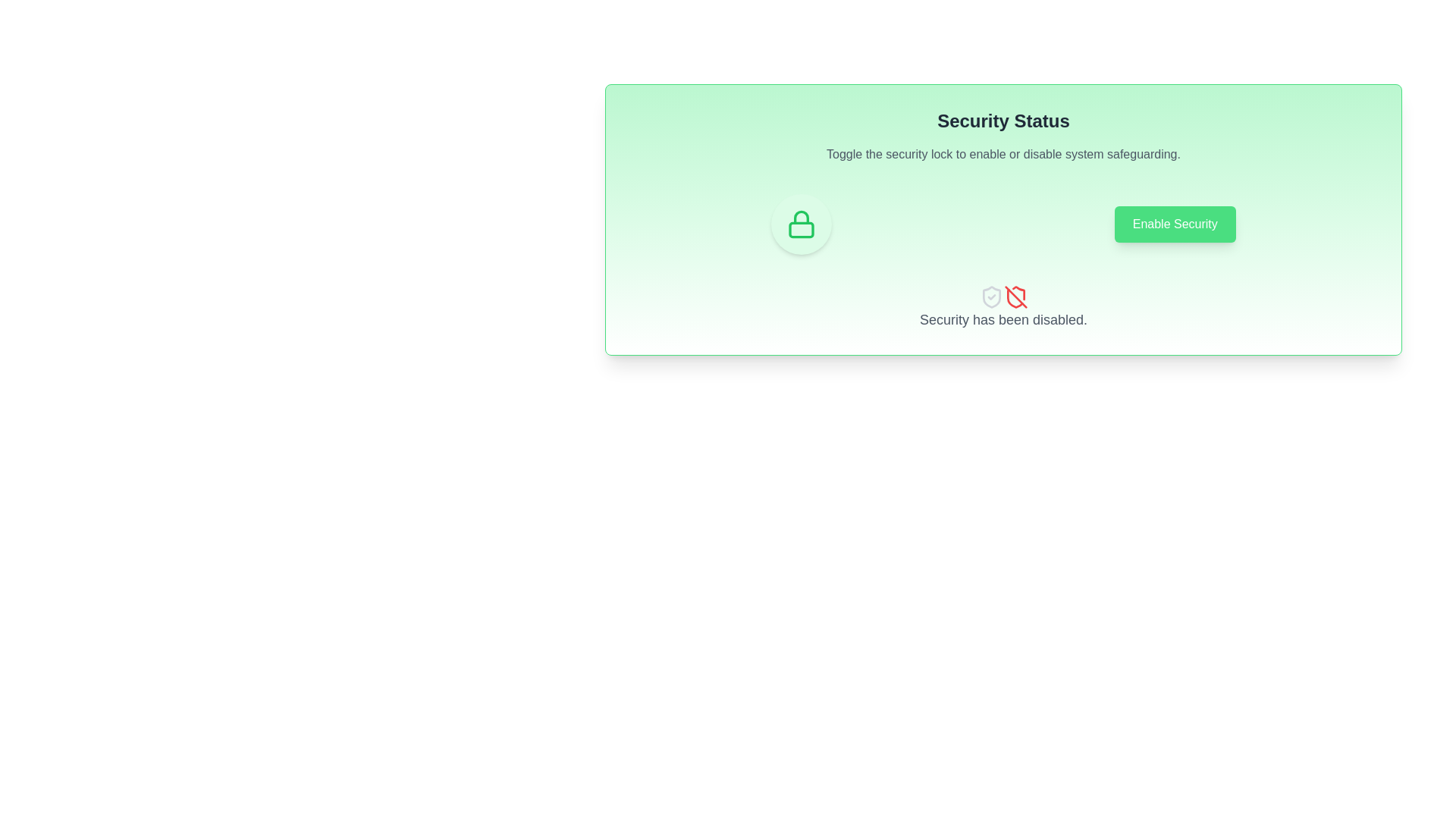 This screenshot has width=1456, height=819. I want to click on informative text displaying 'Security has been disabled.' which is positioned below the 'Enable Security' button and features decorative shield icons indicating a disabled status, so click(1003, 307).